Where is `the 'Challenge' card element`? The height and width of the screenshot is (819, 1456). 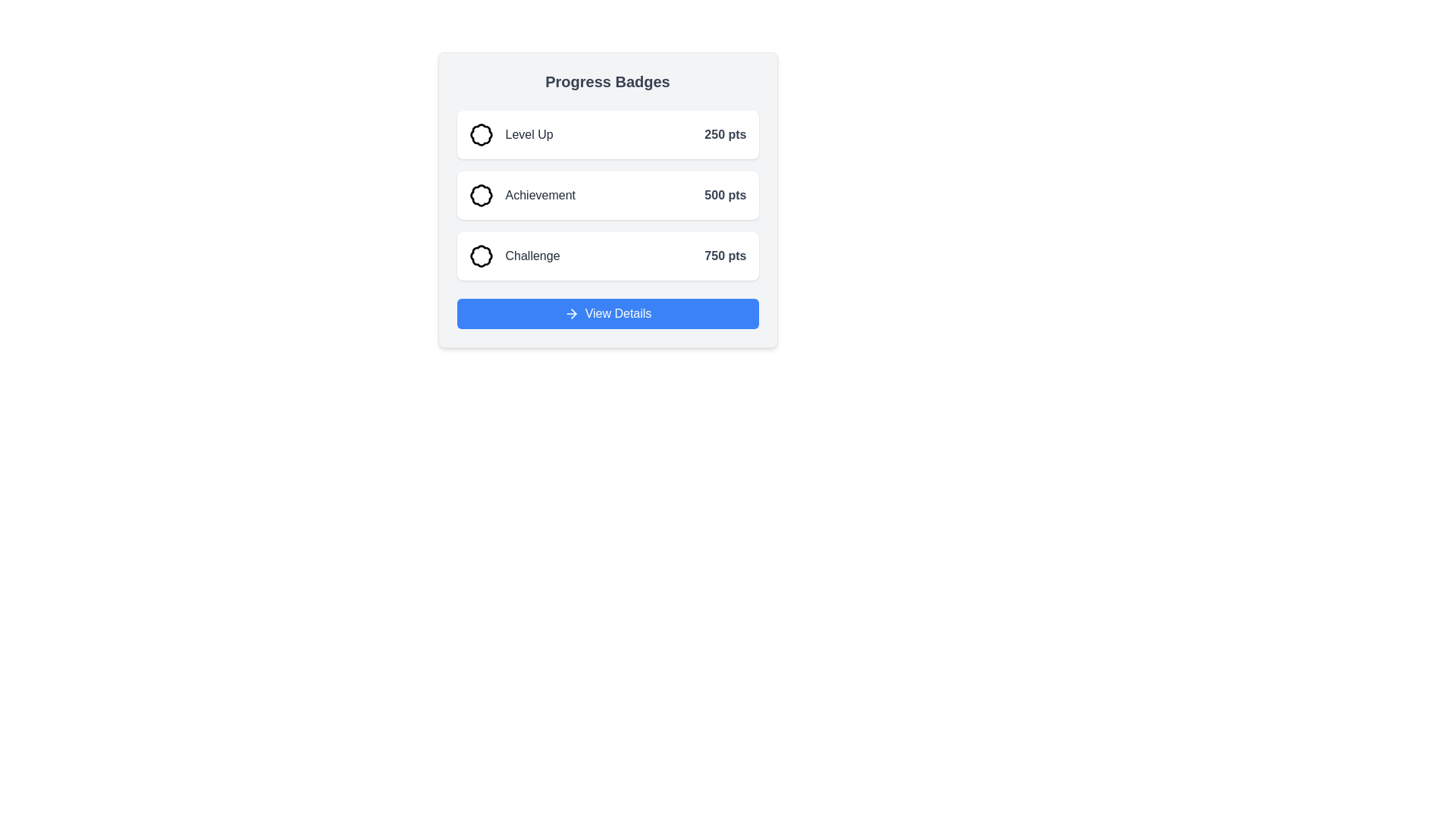 the 'Challenge' card element is located at coordinates (607, 256).